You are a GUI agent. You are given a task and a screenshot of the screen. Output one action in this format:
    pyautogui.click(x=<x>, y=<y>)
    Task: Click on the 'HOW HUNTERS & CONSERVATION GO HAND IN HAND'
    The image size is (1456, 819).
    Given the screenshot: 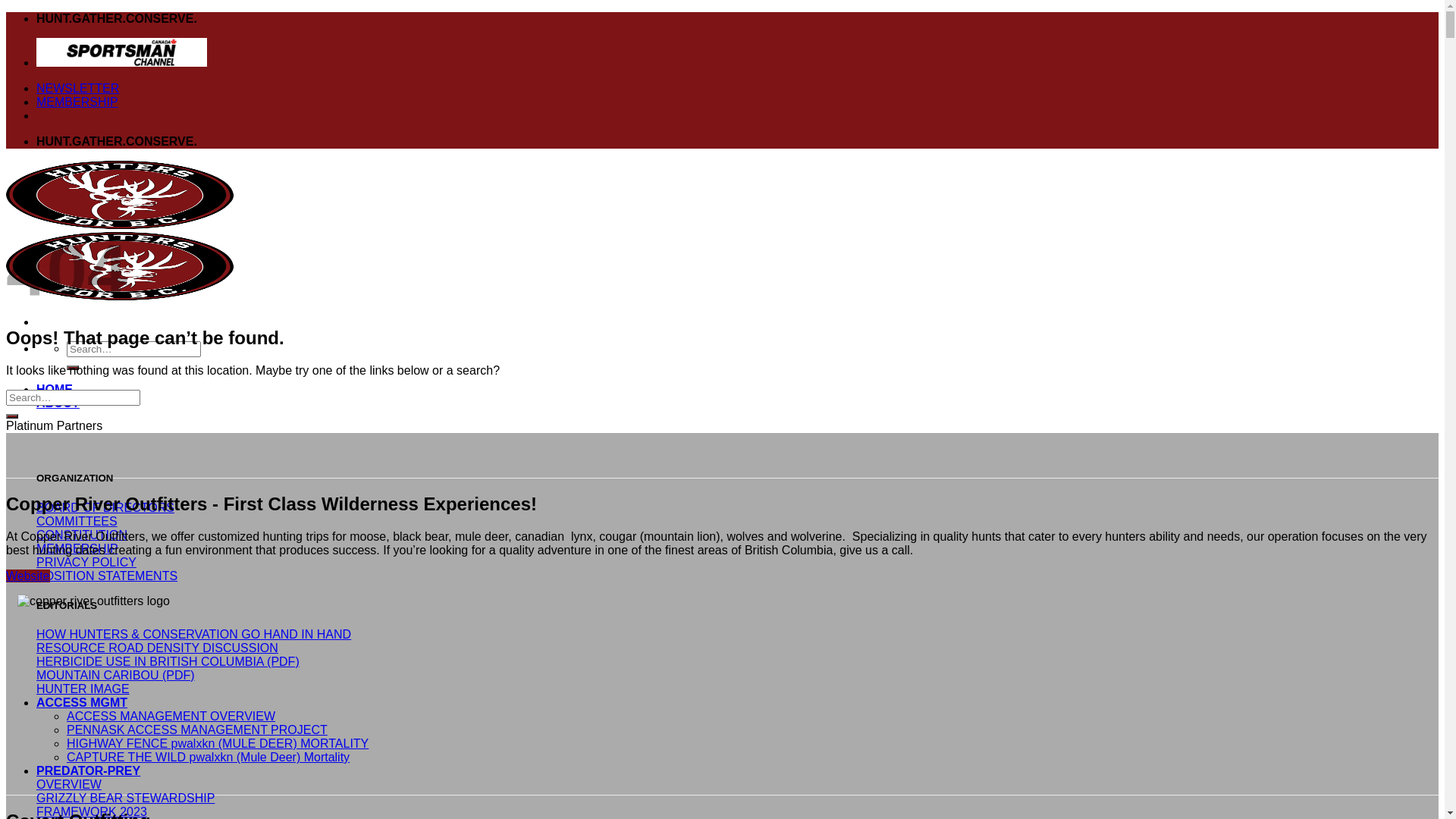 What is the action you would take?
    pyautogui.click(x=193, y=634)
    